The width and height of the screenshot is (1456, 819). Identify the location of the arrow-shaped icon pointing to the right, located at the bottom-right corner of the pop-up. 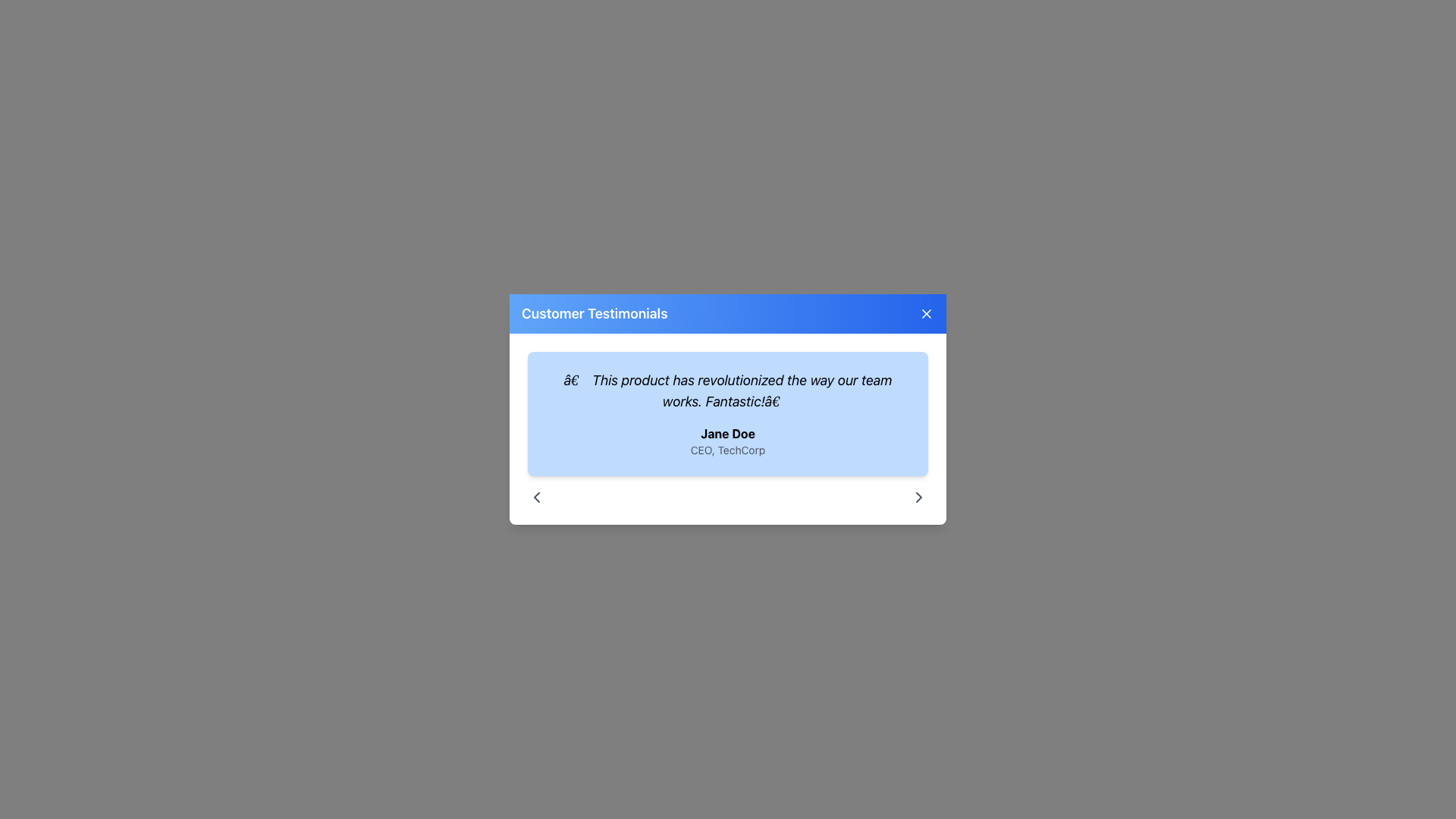
(918, 497).